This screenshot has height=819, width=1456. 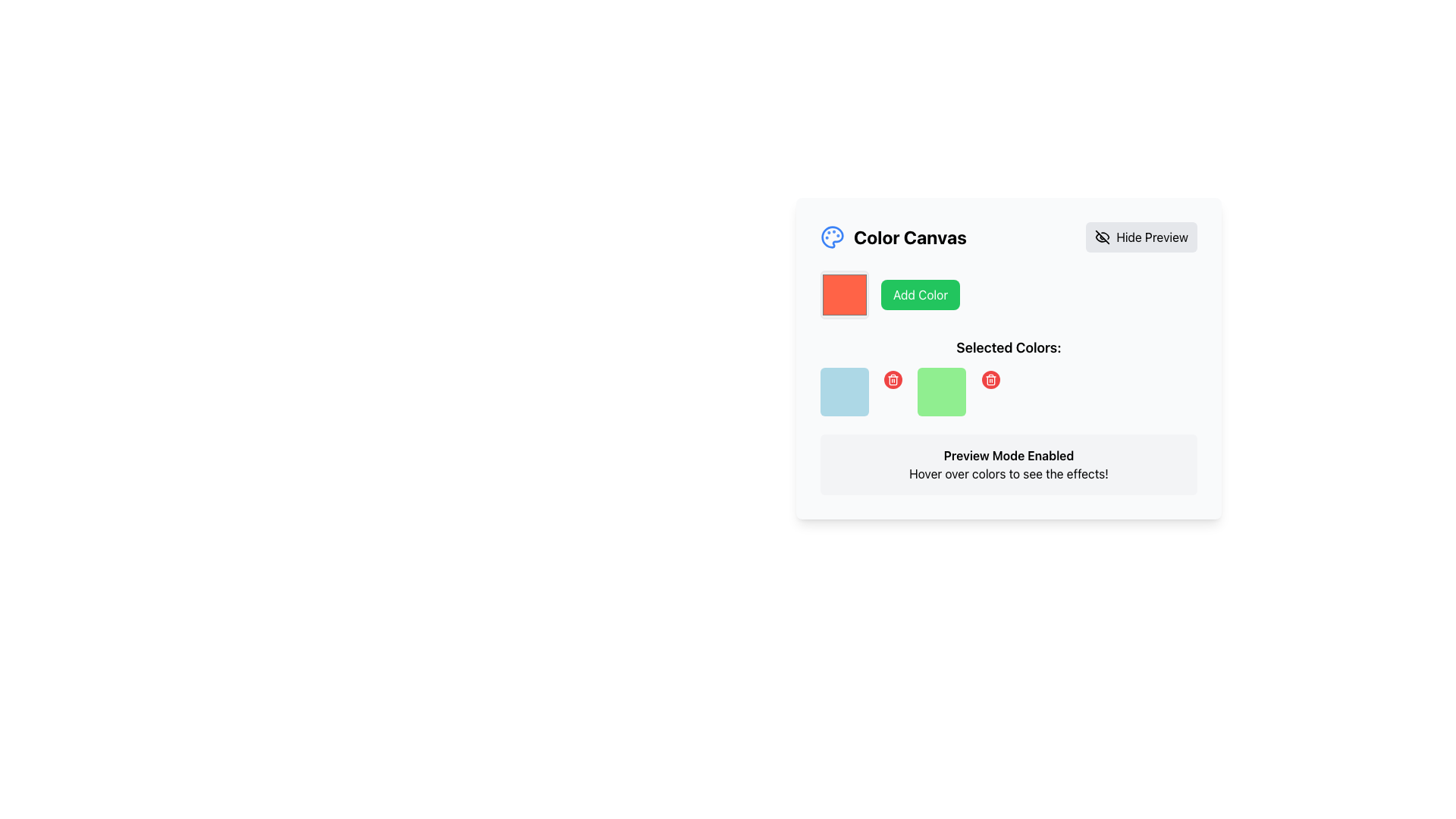 I want to click on the decorative color palette icon located near the top-left of the 'Color Canvas' panel, which serves as its branding logo, so click(x=832, y=237).